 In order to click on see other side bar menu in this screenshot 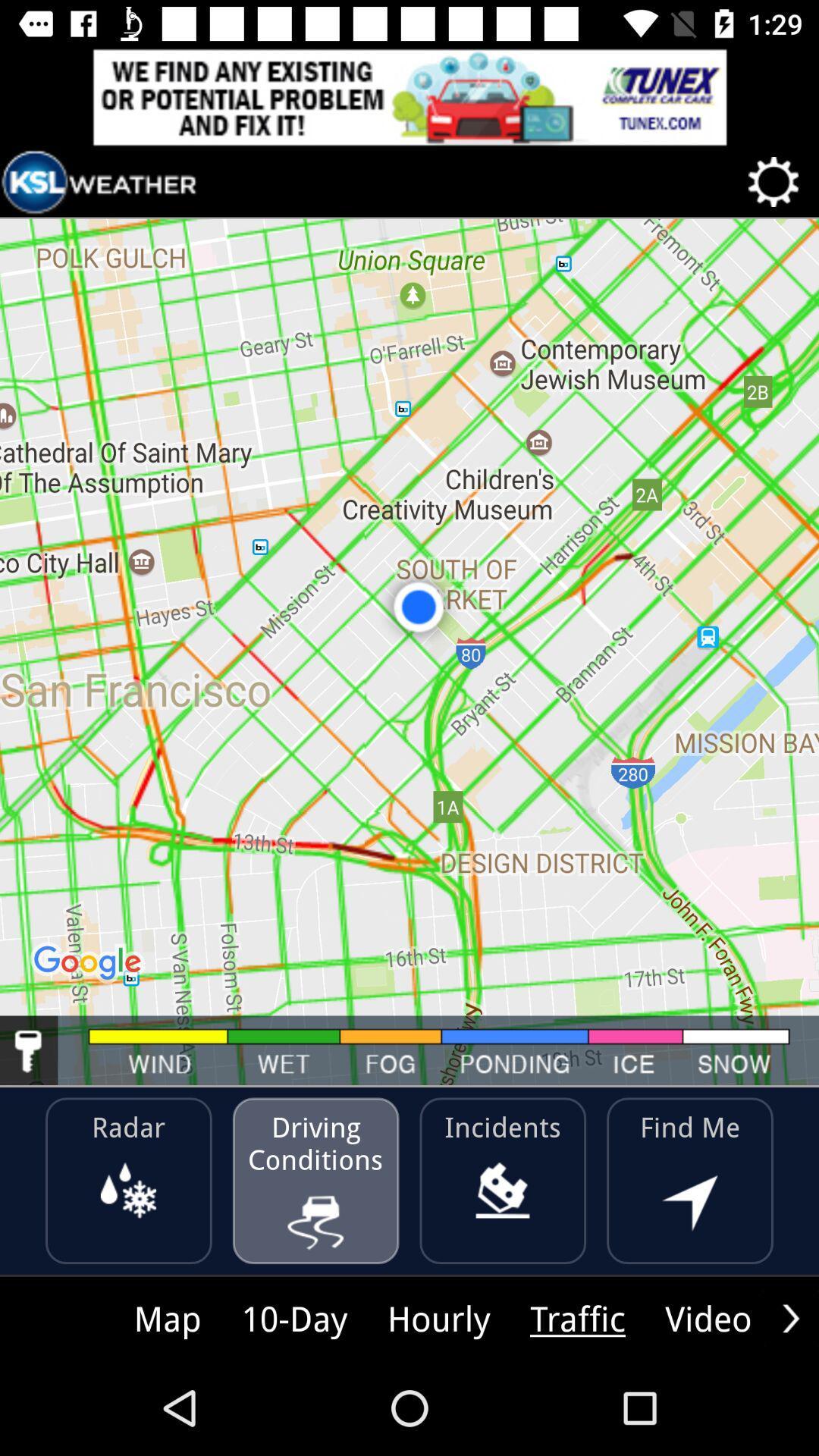, I will do `click(790, 1317)`.